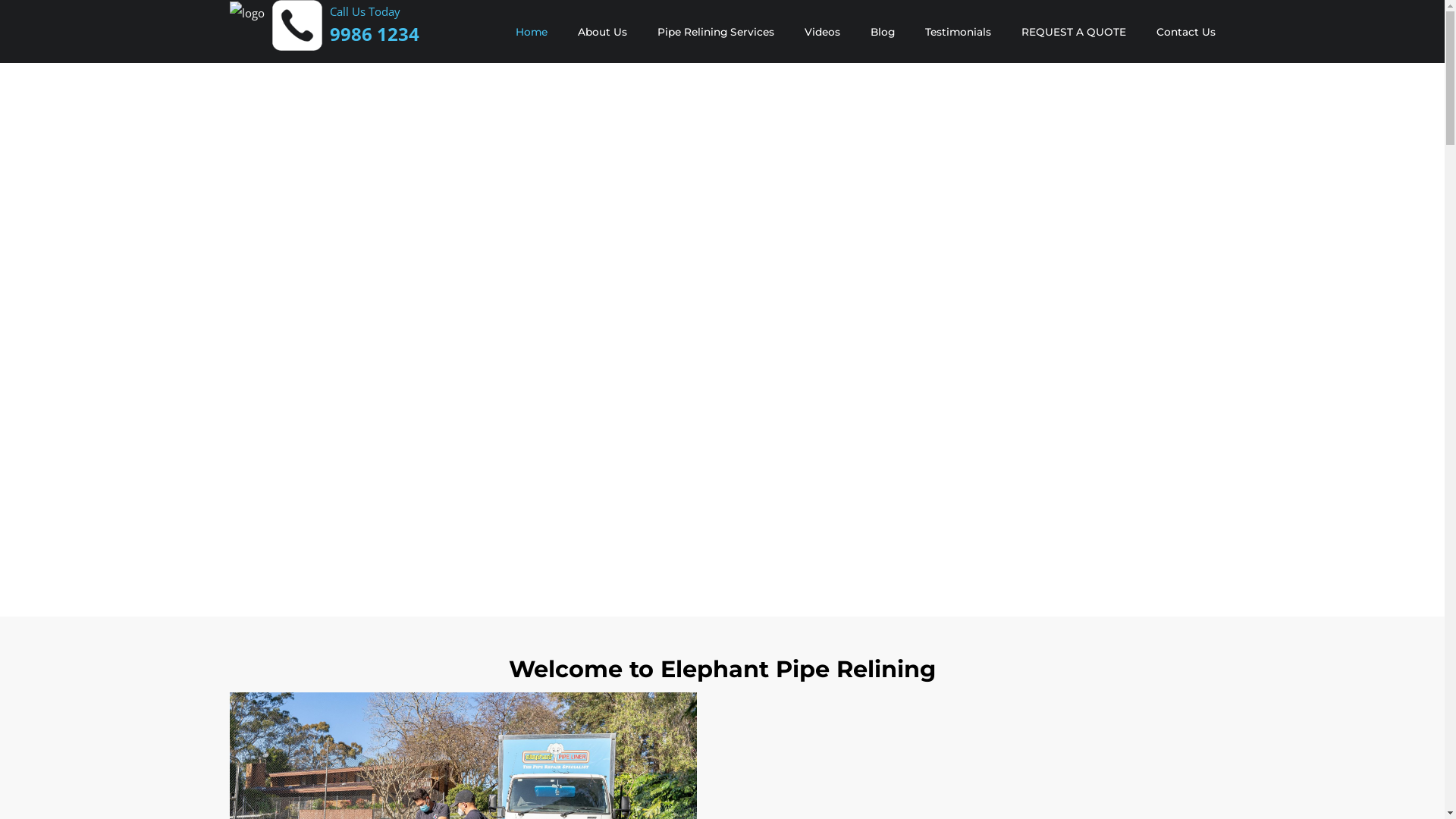 This screenshot has height=819, width=1456. I want to click on 'Contact Us', so click(1185, 32).